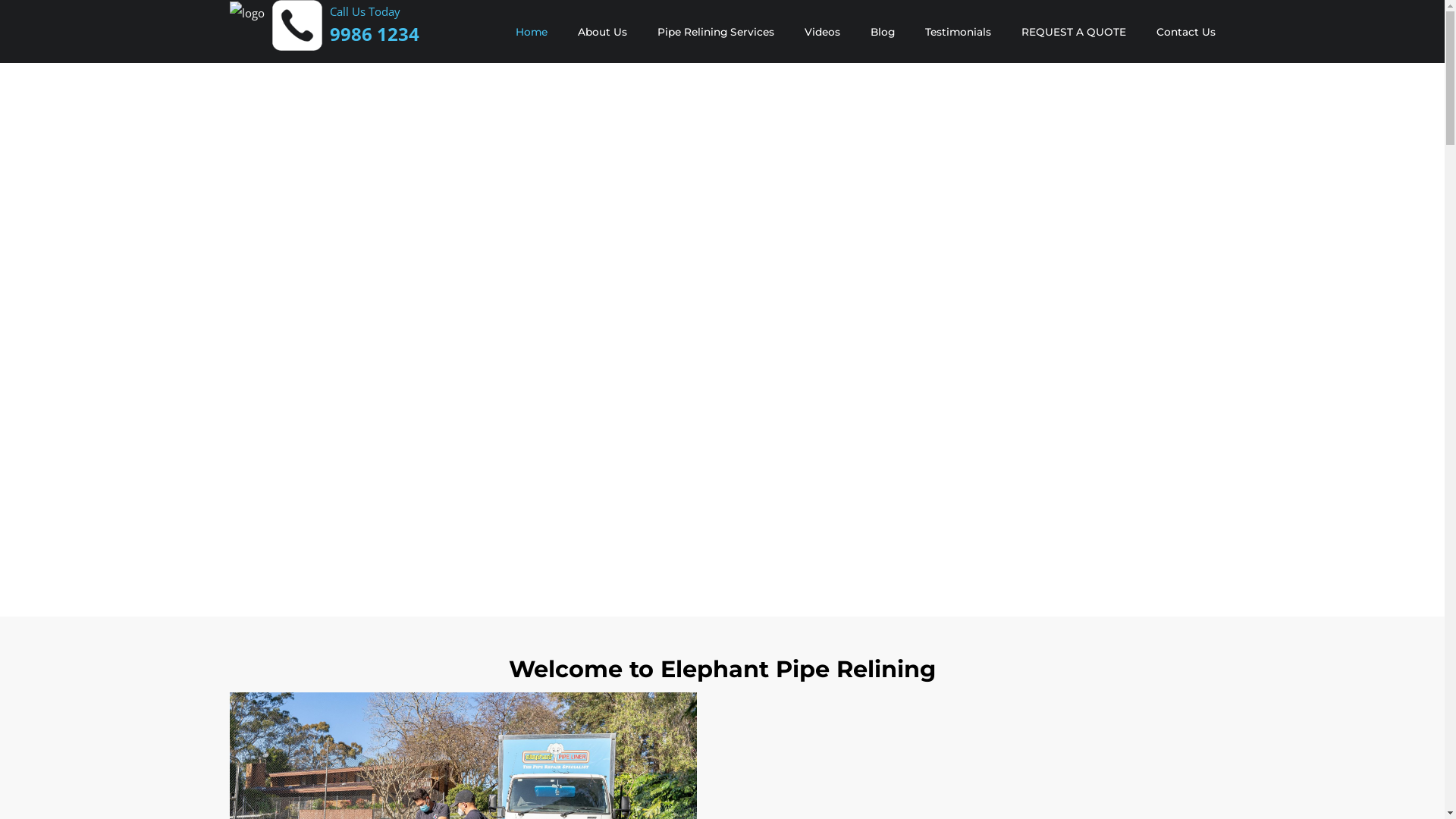 This screenshot has height=819, width=1456. I want to click on 'Contact Us', so click(1185, 32).